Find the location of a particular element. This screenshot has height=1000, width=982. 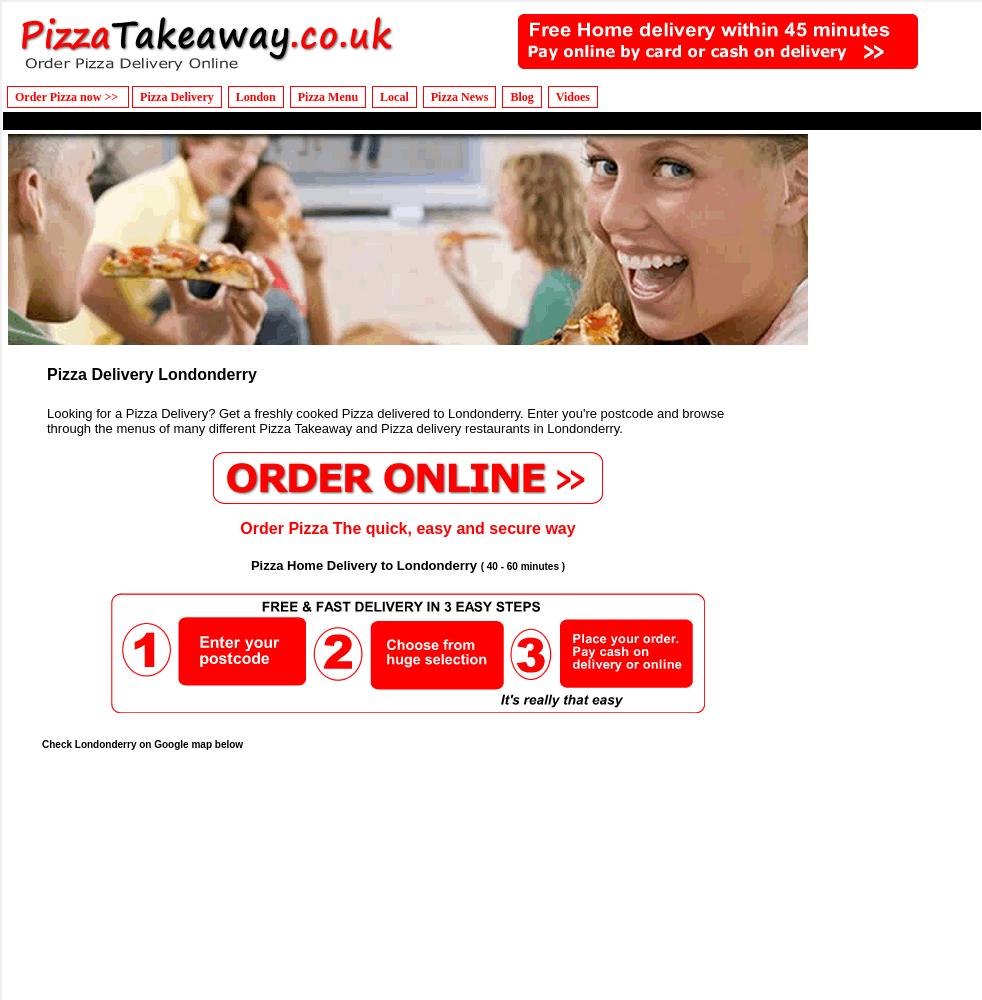

'Pizza 
                          Delivery Londonderry' is located at coordinates (150, 373).